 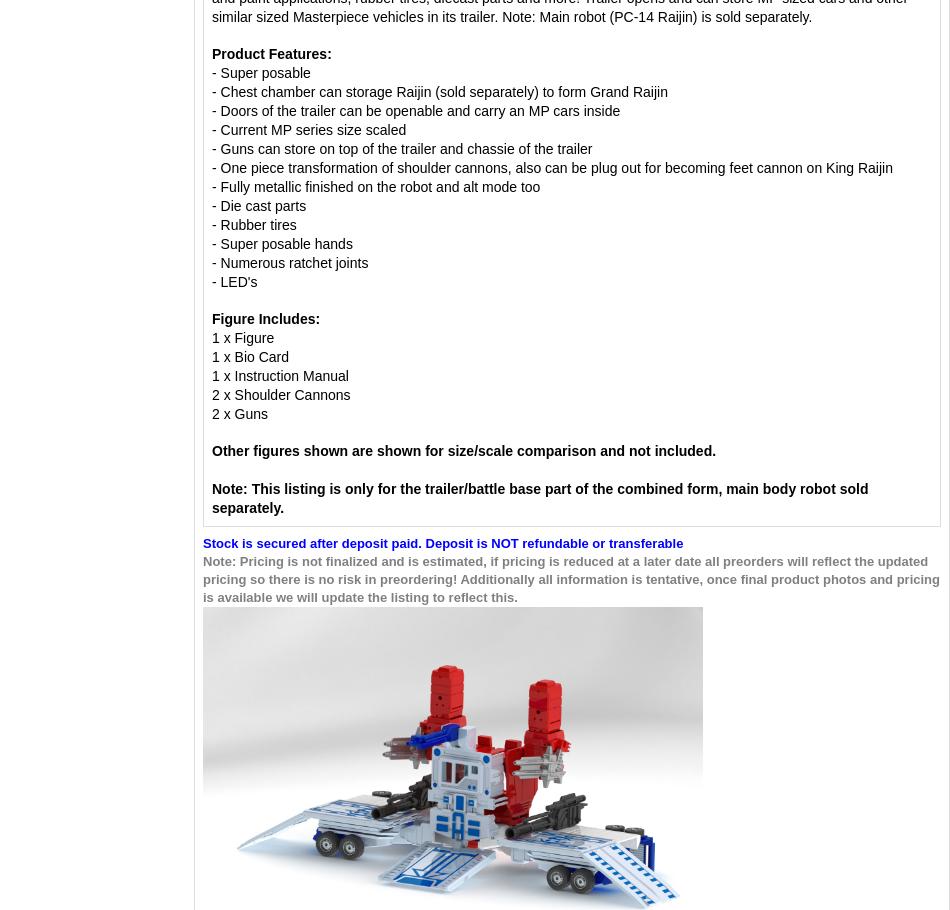 What do you see at coordinates (554, 167) in the screenshot?
I see `'- One piece transformation of shoulder cannons, also can be plug out for becoming feet cannon on King Raijin'` at bounding box center [554, 167].